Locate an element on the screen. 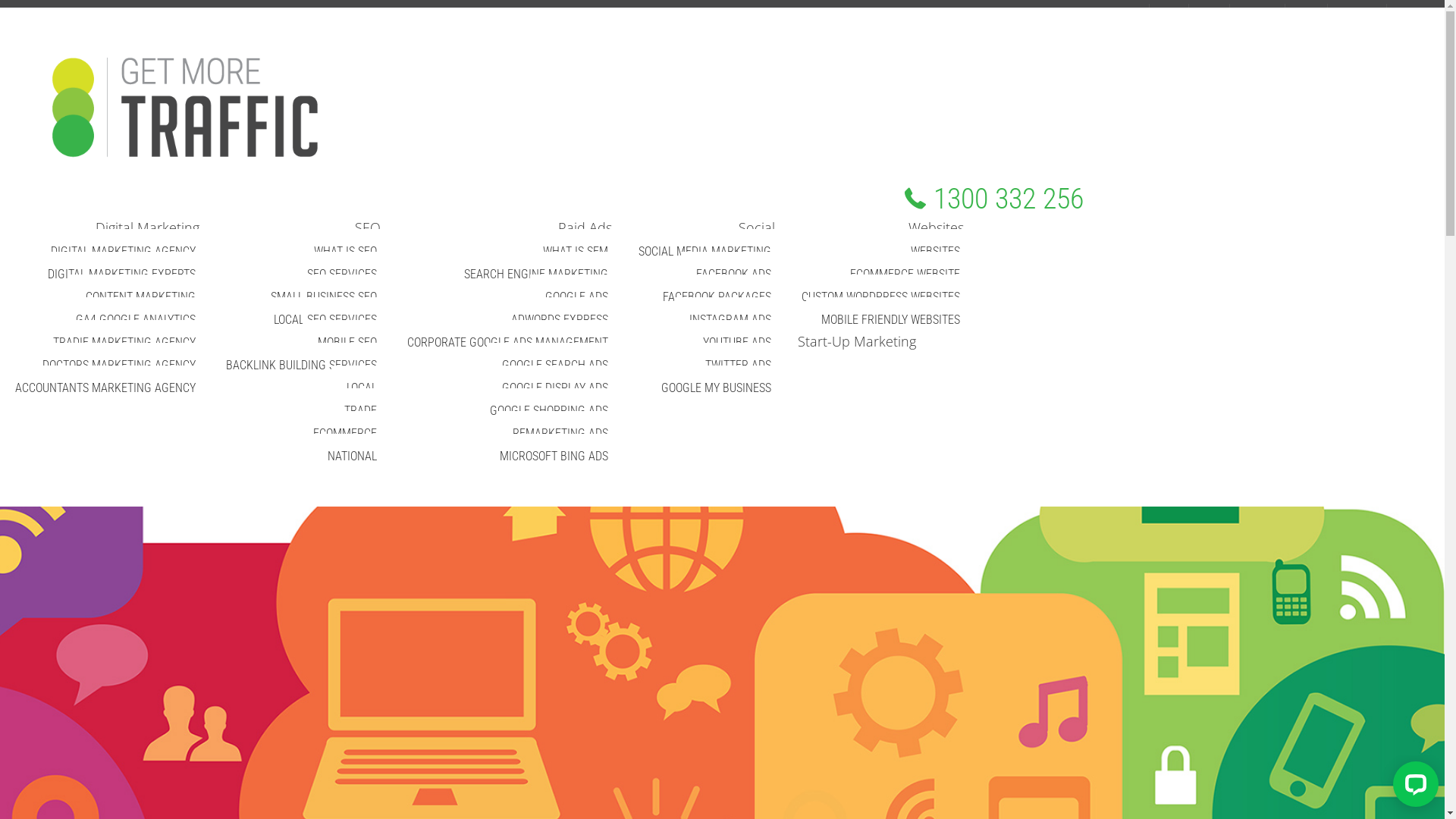 The height and width of the screenshot is (819, 1456). 'LOCAL SEO SERVICES' is located at coordinates (258, 318).